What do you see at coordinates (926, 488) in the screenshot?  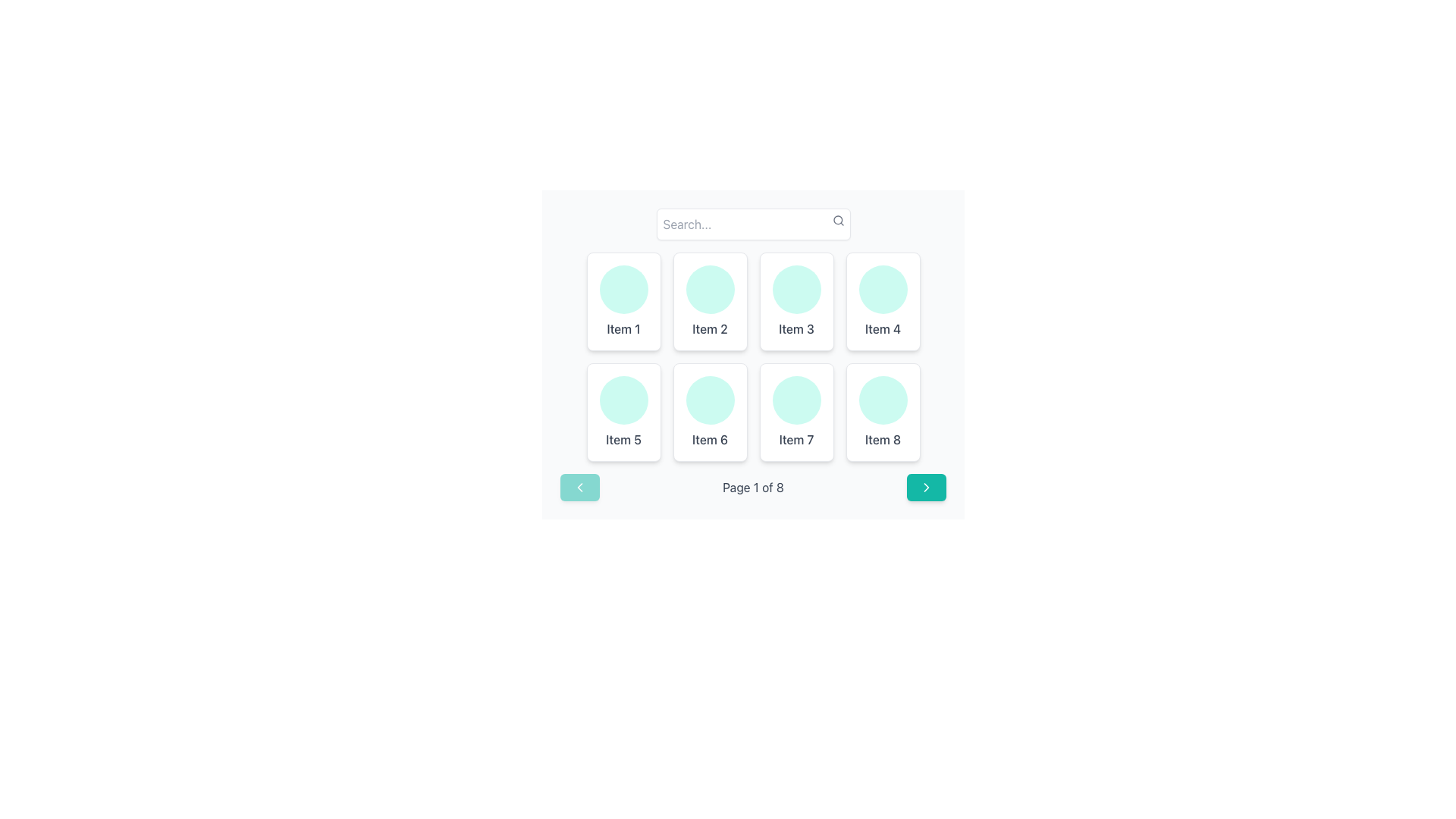 I see `the navigation icon located within the right navigational button at the bottom right corner of the interface` at bounding box center [926, 488].